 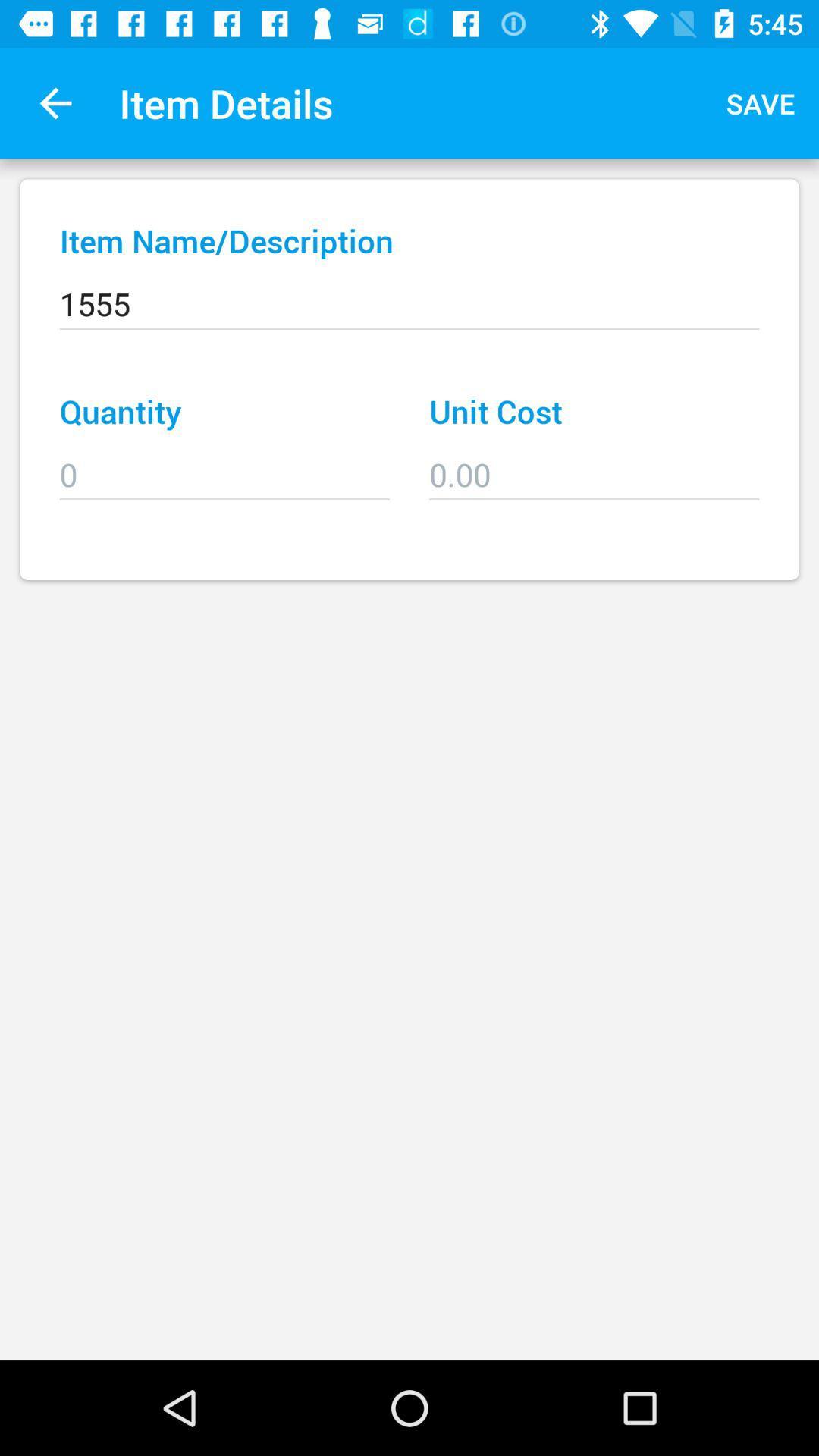 I want to click on 1555 icon, so click(x=409, y=293).